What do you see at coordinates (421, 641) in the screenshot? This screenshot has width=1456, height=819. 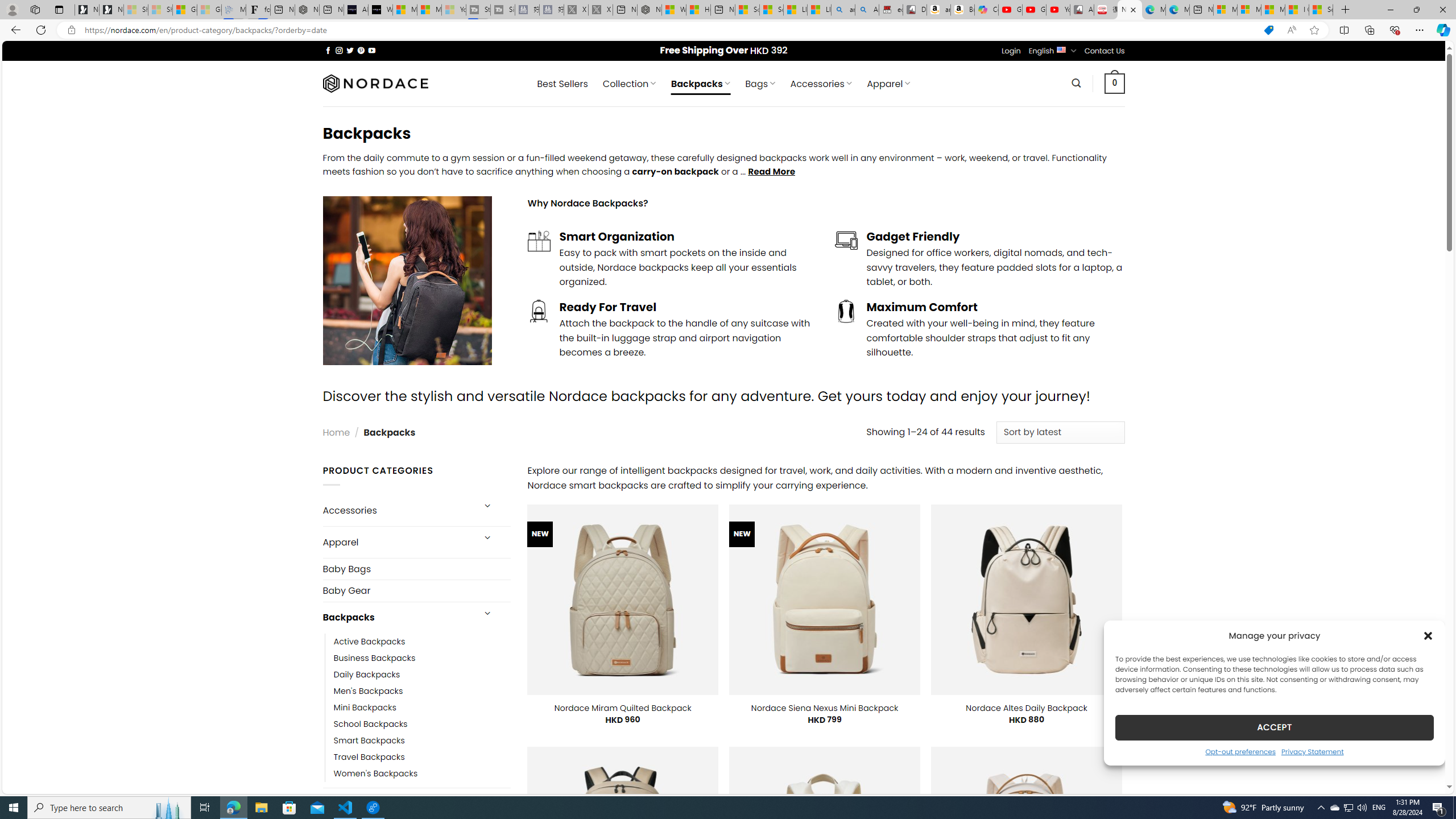 I see `'Active Backpacks'` at bounding box center [421, 641].